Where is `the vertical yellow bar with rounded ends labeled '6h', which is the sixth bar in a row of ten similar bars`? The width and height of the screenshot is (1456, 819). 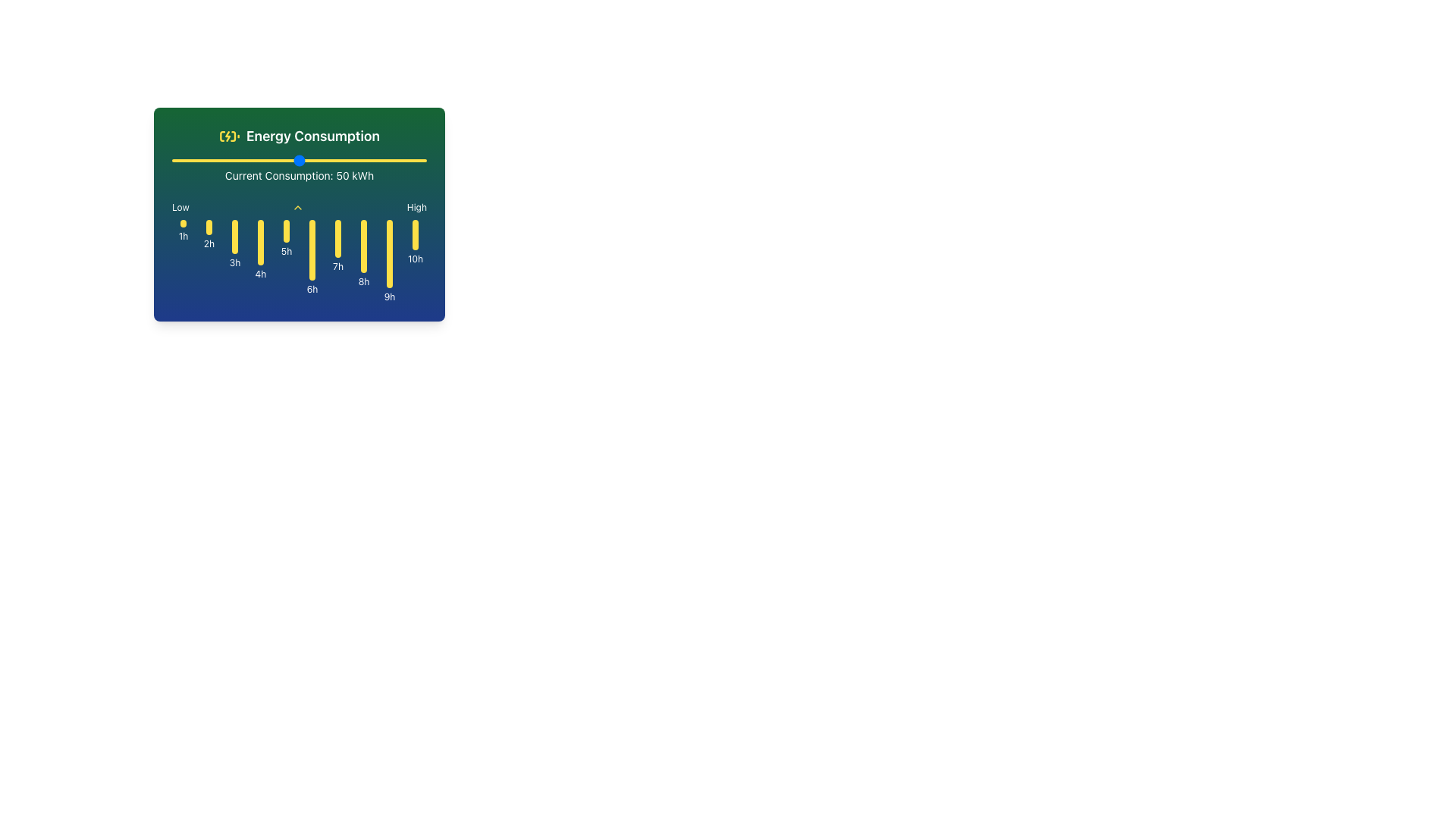
the vertical yellow bar with rounded ends labeled '6h', which is the sixth bar in a row of ten similar bars is located at coordinates (312, 260).